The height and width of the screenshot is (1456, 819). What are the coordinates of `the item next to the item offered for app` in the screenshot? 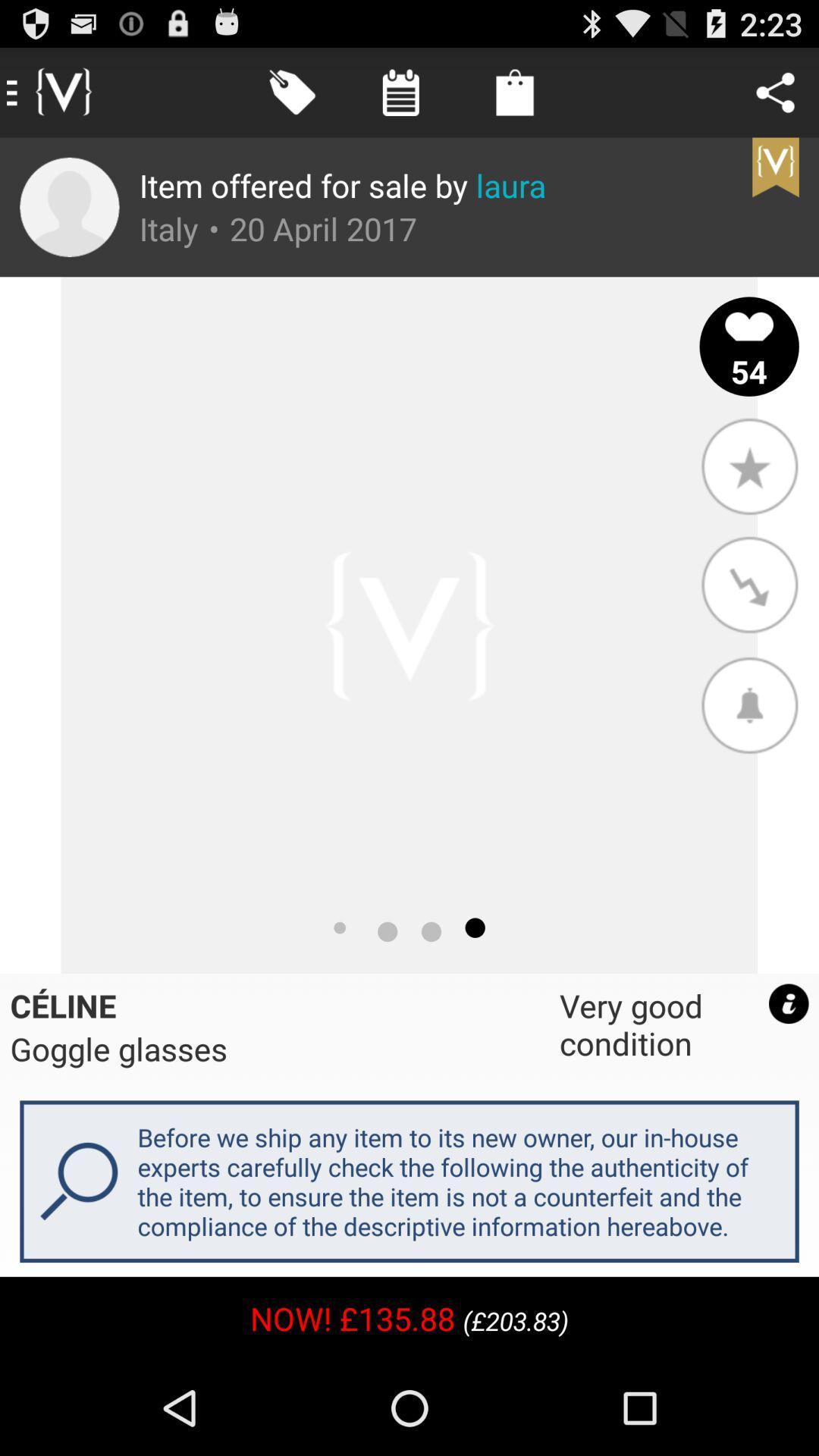 It's located at (69, 206).